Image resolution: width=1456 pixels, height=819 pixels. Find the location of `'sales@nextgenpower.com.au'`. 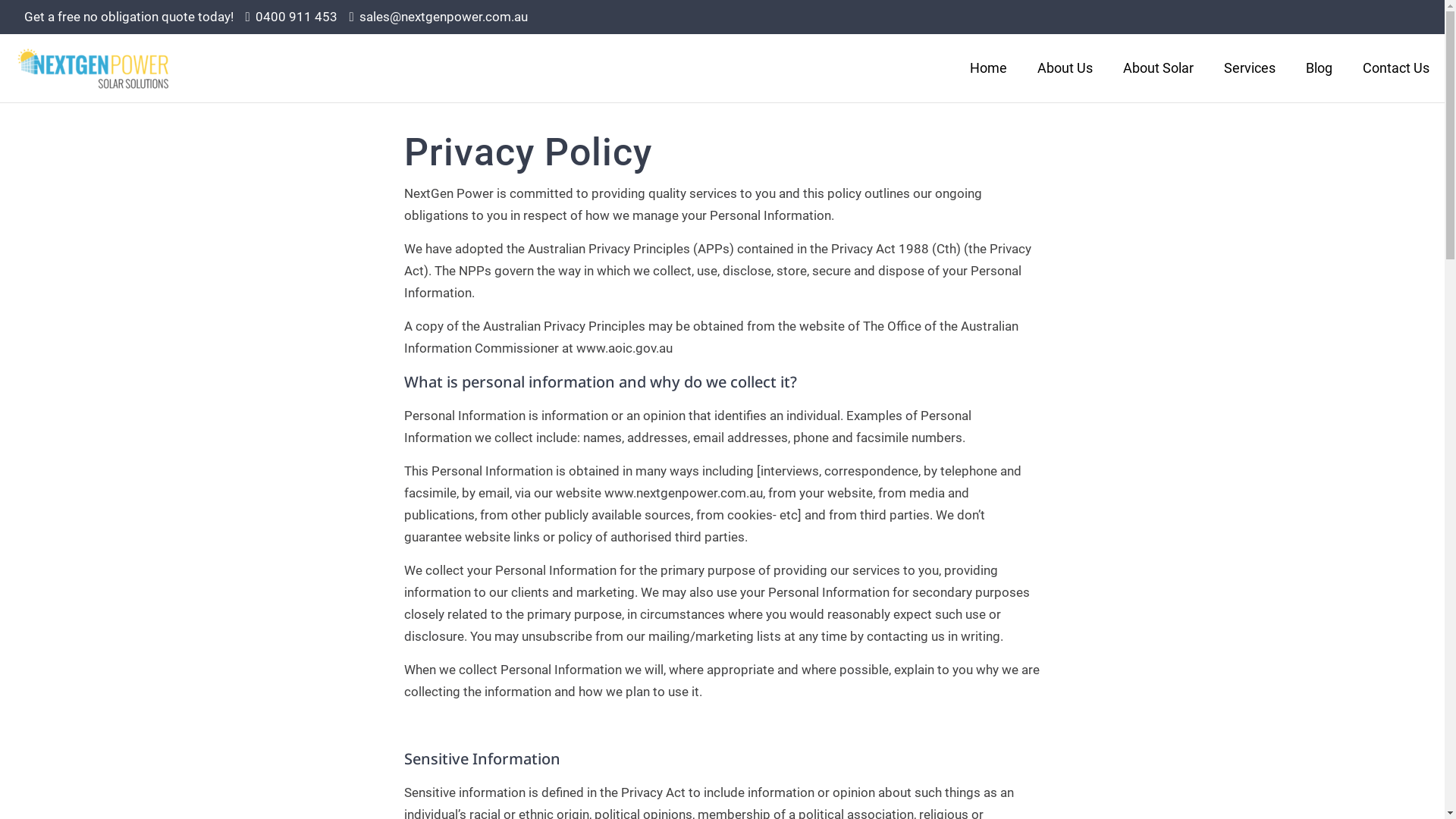

'sales@nextgenpower.com.au' is located at coordinates (443, 17).